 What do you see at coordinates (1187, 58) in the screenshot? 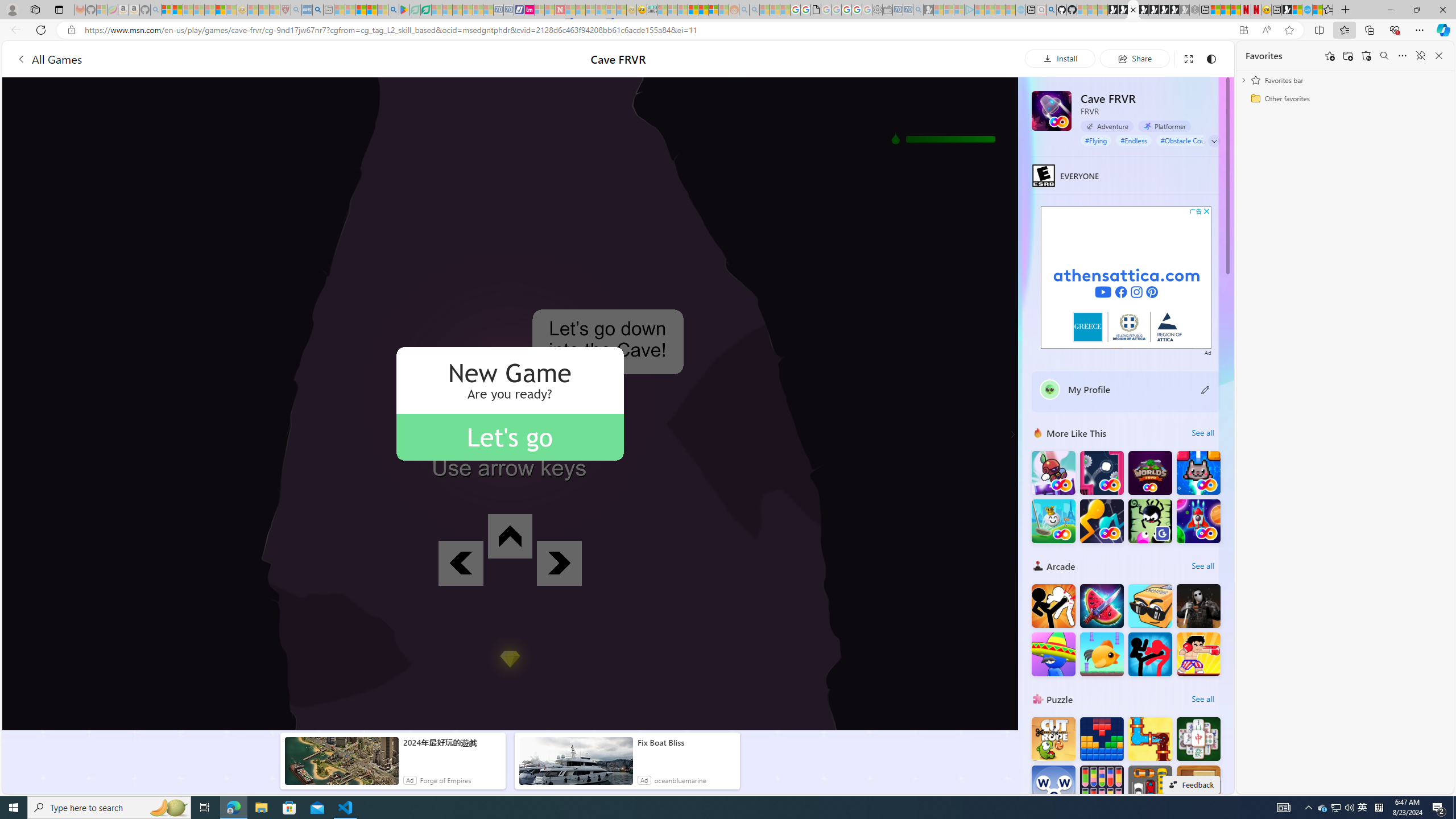
I see `'Full screen'` at bounding box center [1187, 58].